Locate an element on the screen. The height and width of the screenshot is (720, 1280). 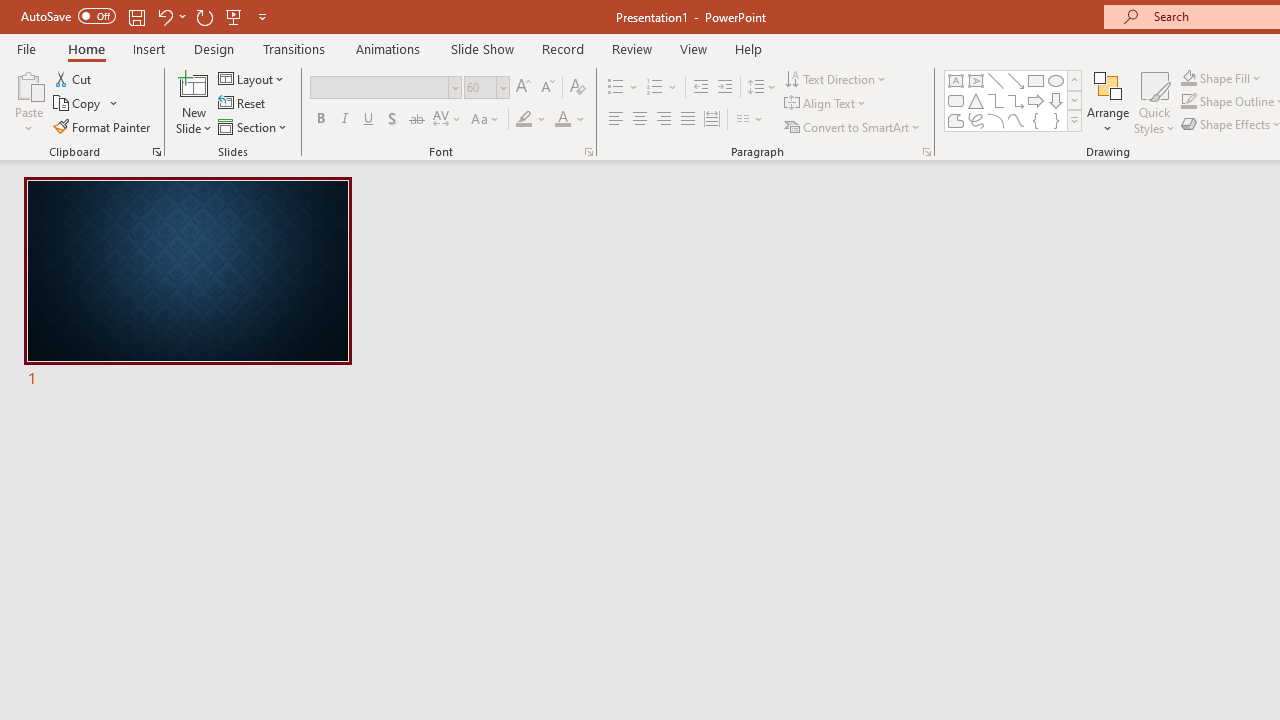
'Connector: Elbow Arrow' is located at coordinates (1016, 100).